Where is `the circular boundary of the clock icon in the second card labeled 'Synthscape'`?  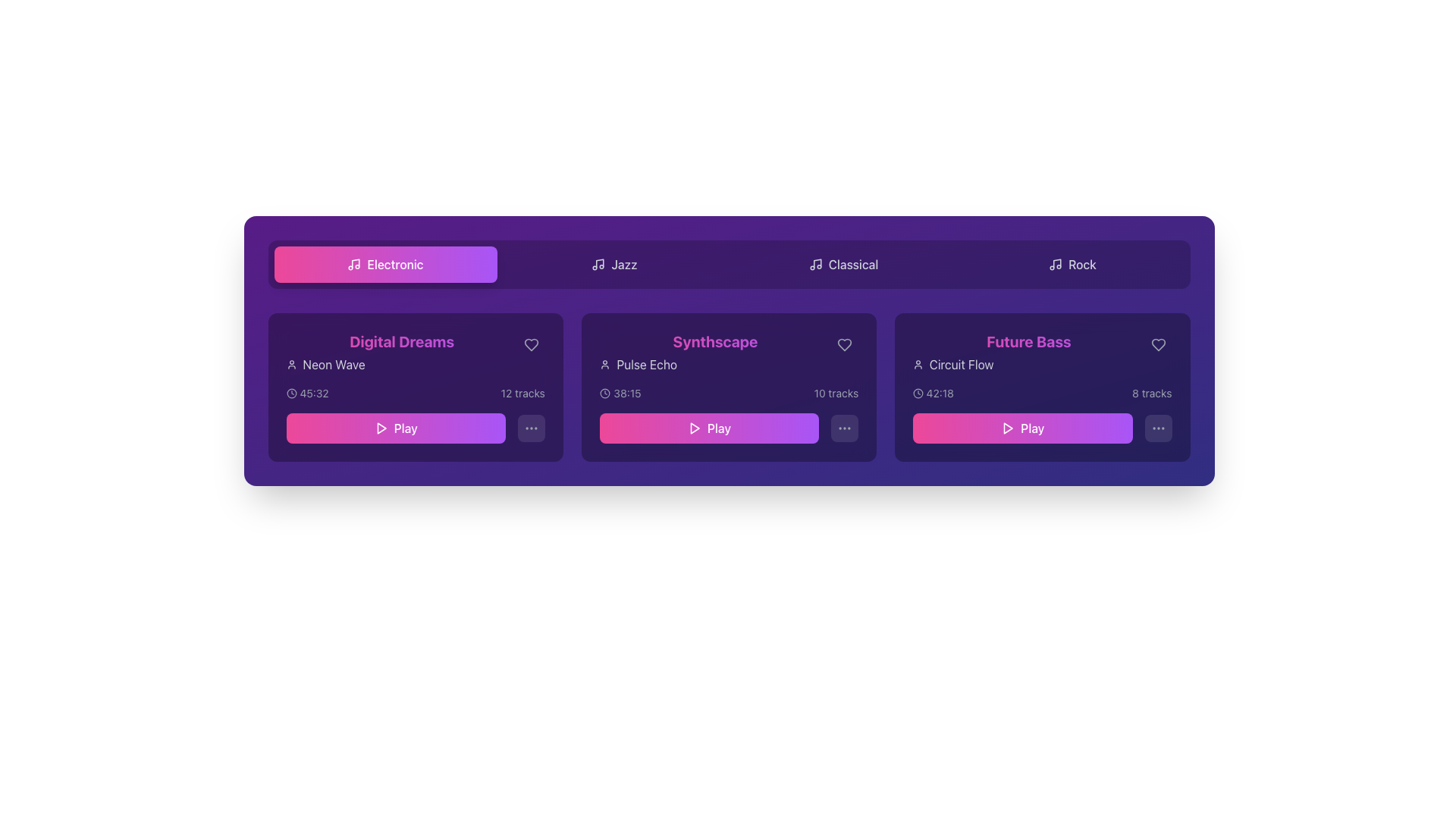
the circular boundary of the clock icon in the second card labeled 'Synthscape' is located at coordinates (604, 393).